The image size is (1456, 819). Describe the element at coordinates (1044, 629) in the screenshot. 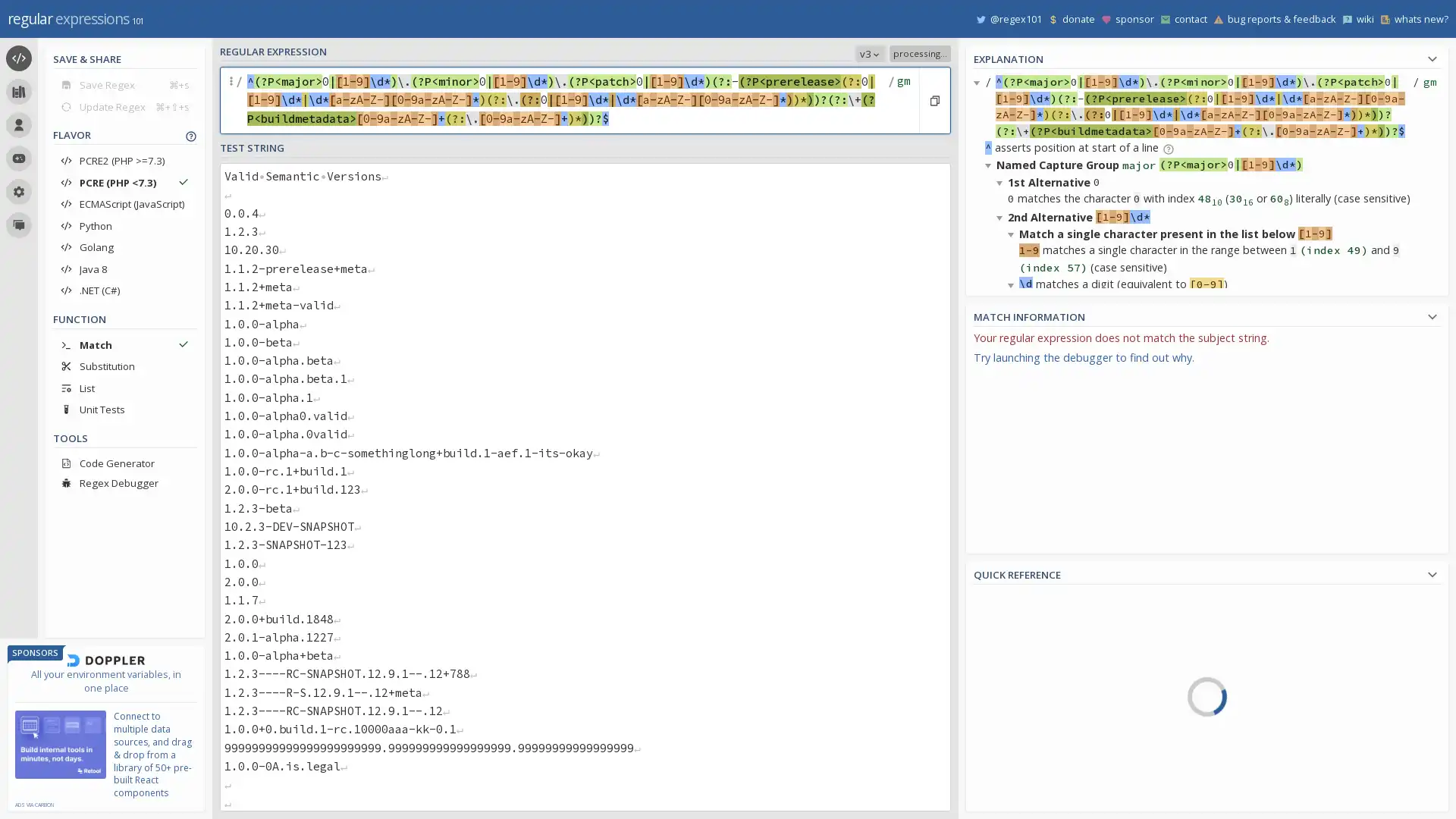

I see `All Tokens` at that location.